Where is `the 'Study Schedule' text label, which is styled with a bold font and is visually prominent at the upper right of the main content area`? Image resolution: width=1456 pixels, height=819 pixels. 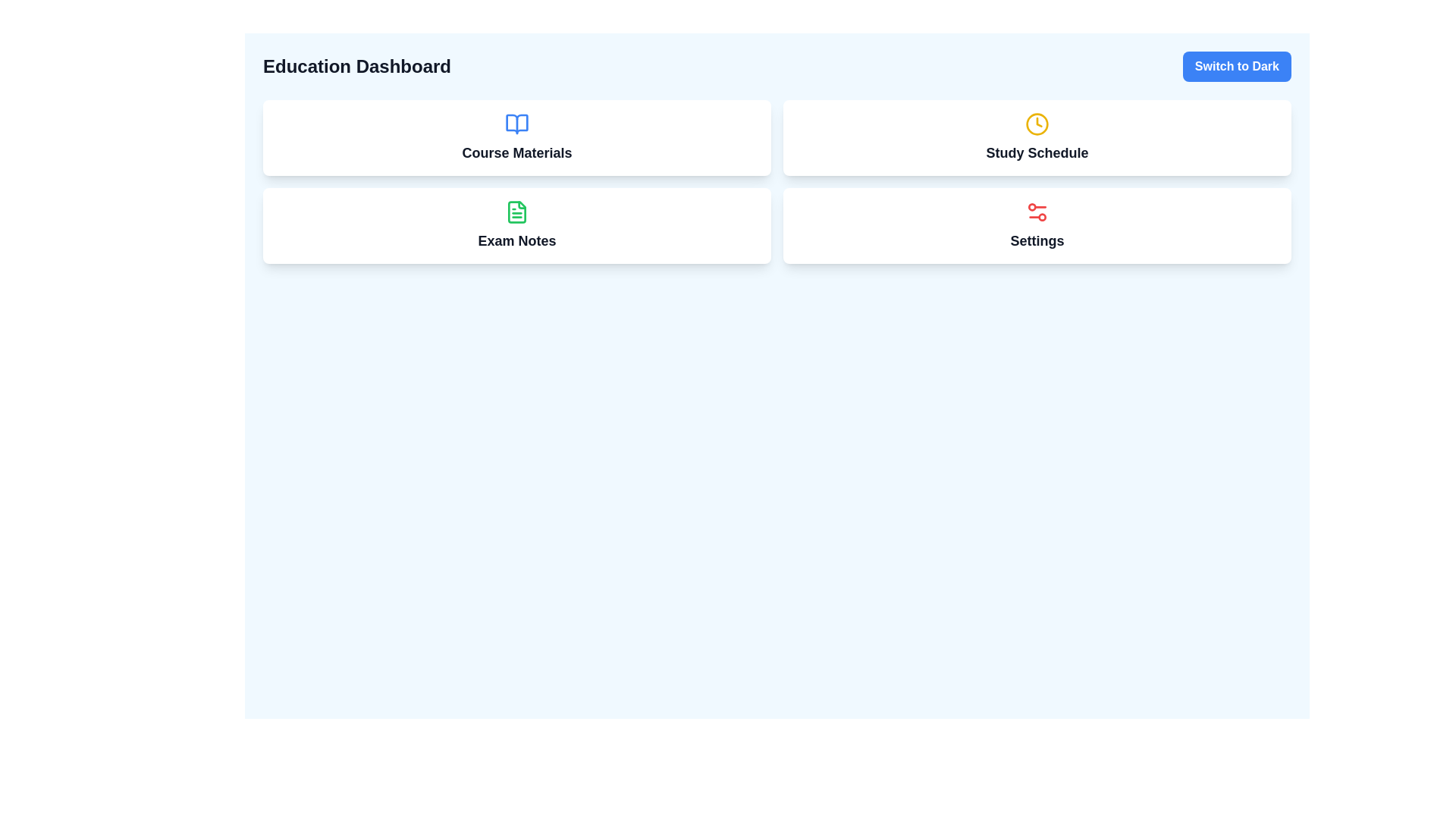 the 'Study Schedule' text label, which is styled with a bold font and is visually prominent at the upper right of the main content area is located at coordinates (1037, 152).